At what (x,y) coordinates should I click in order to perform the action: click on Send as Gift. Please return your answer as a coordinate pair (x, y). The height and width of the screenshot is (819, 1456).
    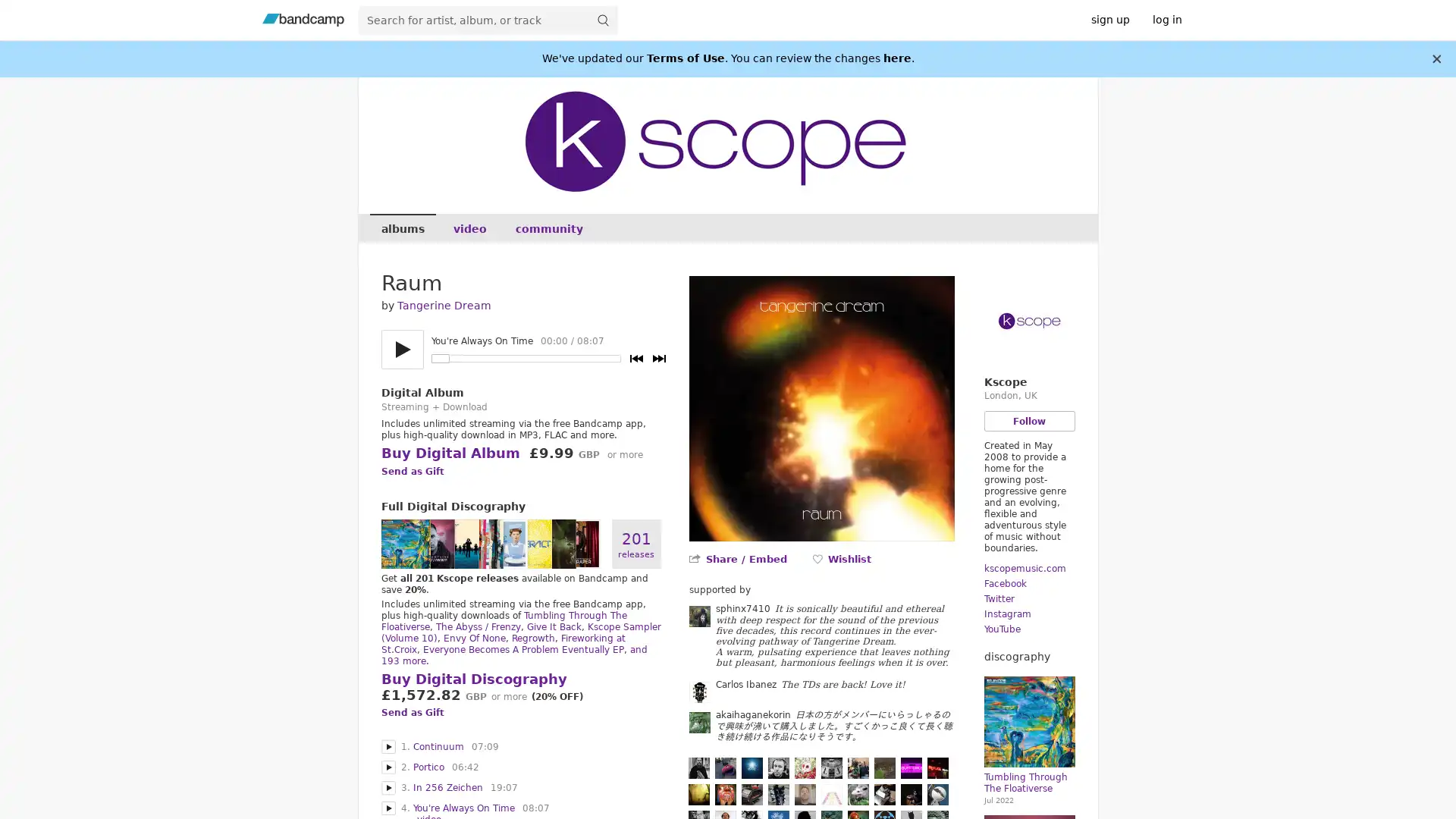
    Looking at the image, I should click on (412, 713).